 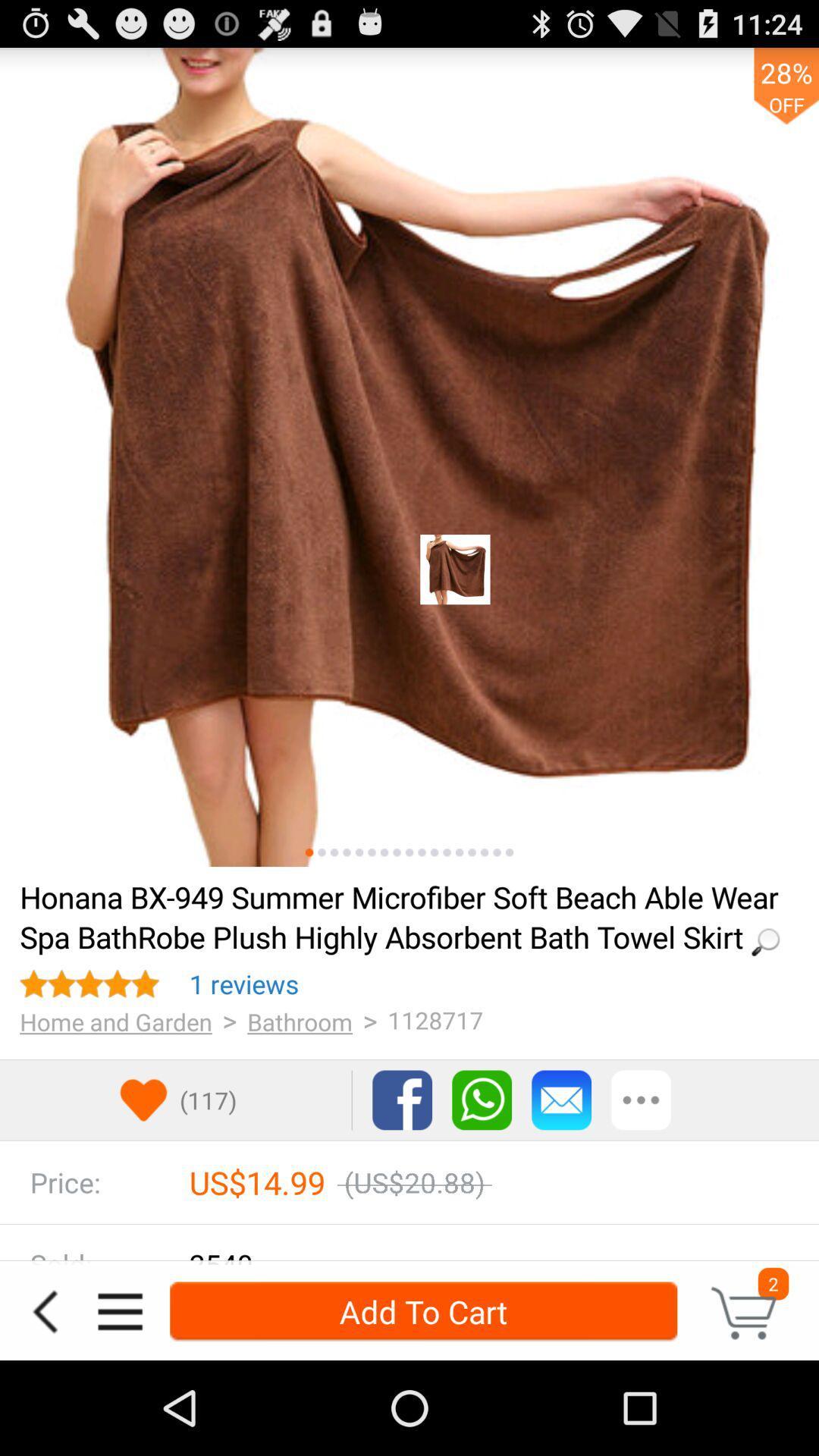 What do you see at coordinates (44, 1310) in the screenshot?
I see `go back` at bounding box center [44, 1310].